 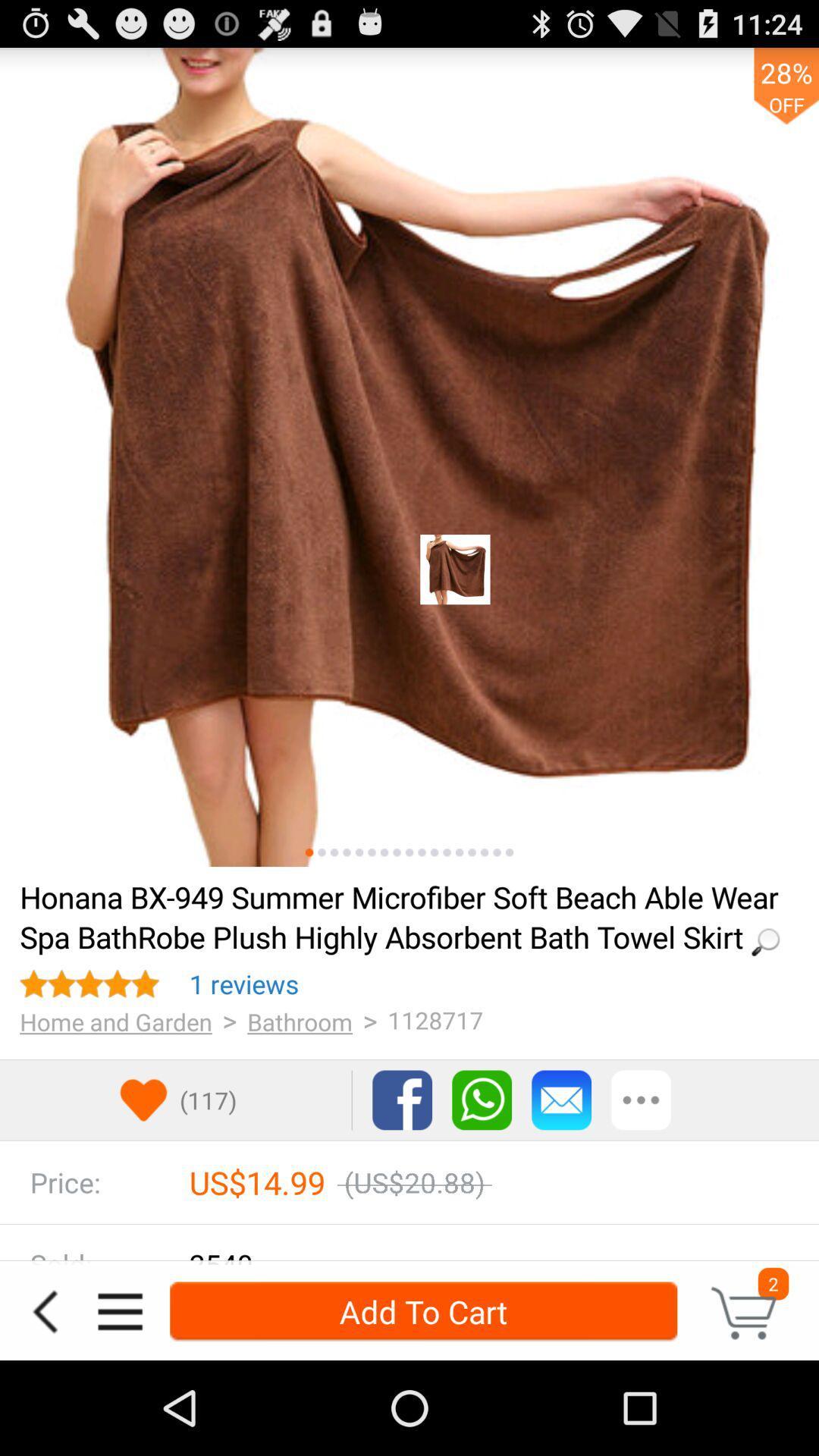 What do you see at coordinates (44, 1310) in the screenshot?
I see `go back` at bounding box center [44, 1310].